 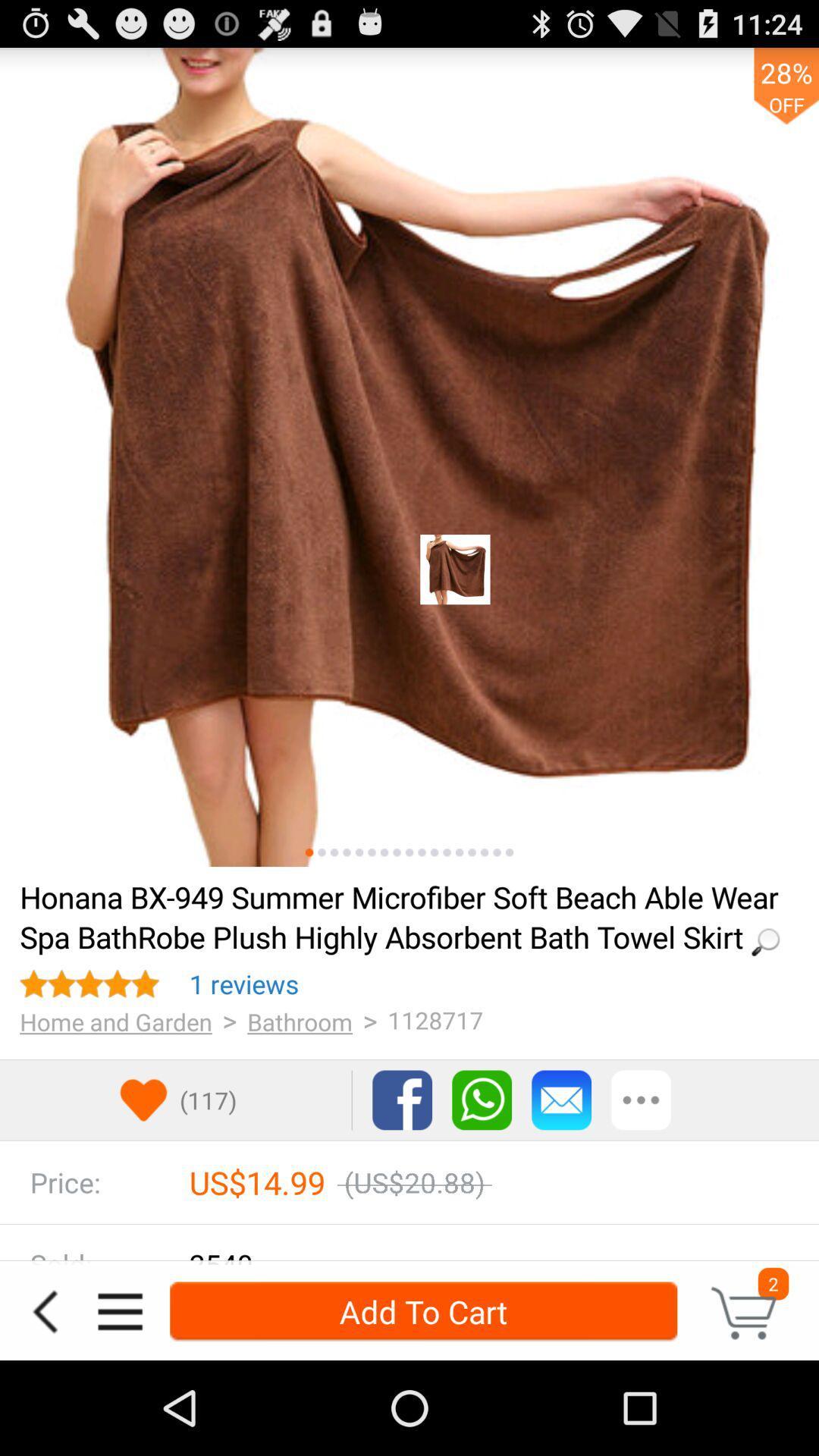 What do you see at coordinates (44, 1310) in the screenshot?
I see `go back` at bounding box center [44, 1310].